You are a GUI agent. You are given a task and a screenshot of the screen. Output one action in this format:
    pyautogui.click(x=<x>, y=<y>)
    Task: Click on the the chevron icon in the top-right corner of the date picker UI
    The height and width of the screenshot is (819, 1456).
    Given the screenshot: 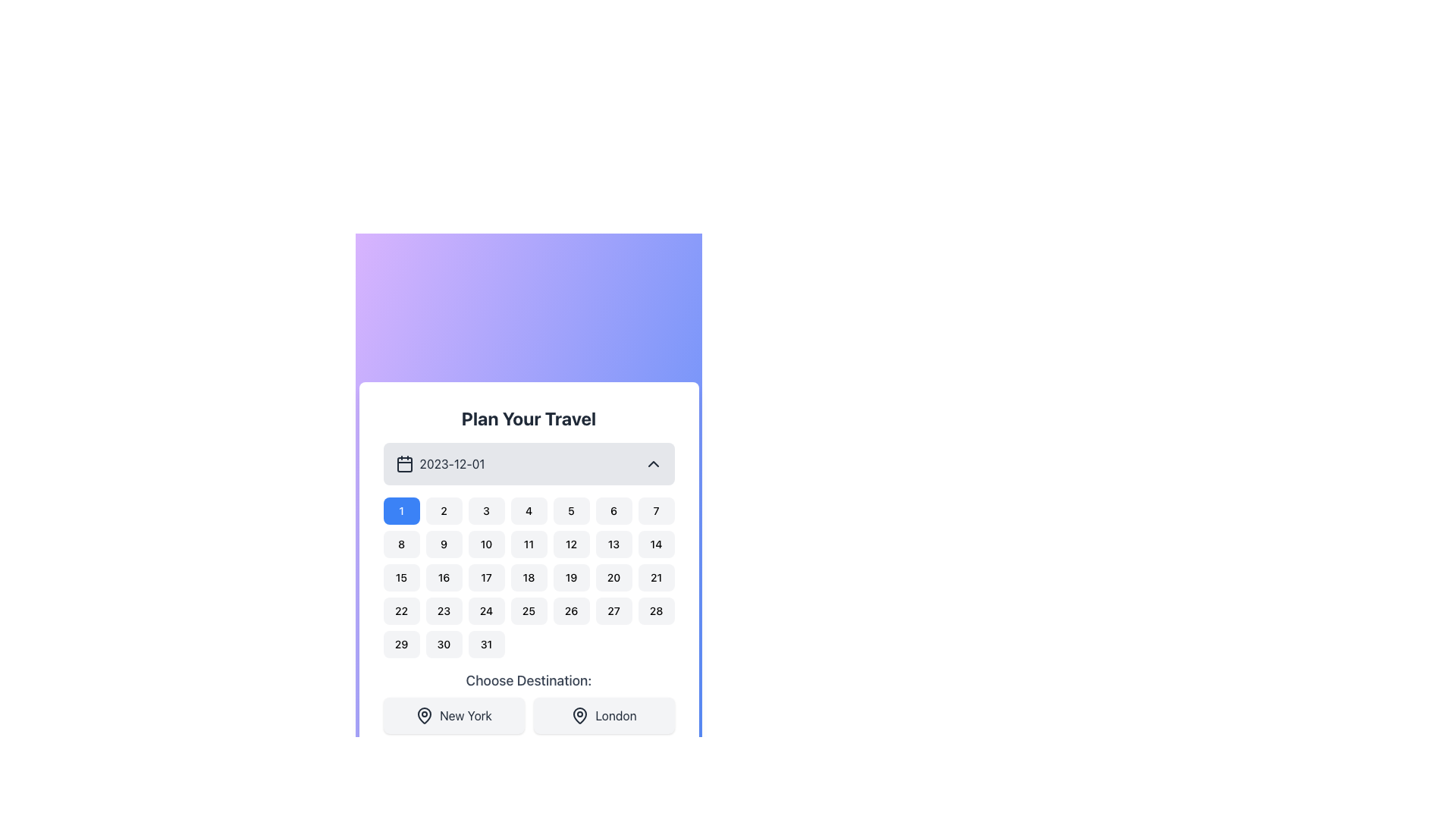 What is the action you would take?
    pyautogui.click(x=653, y=463)
    